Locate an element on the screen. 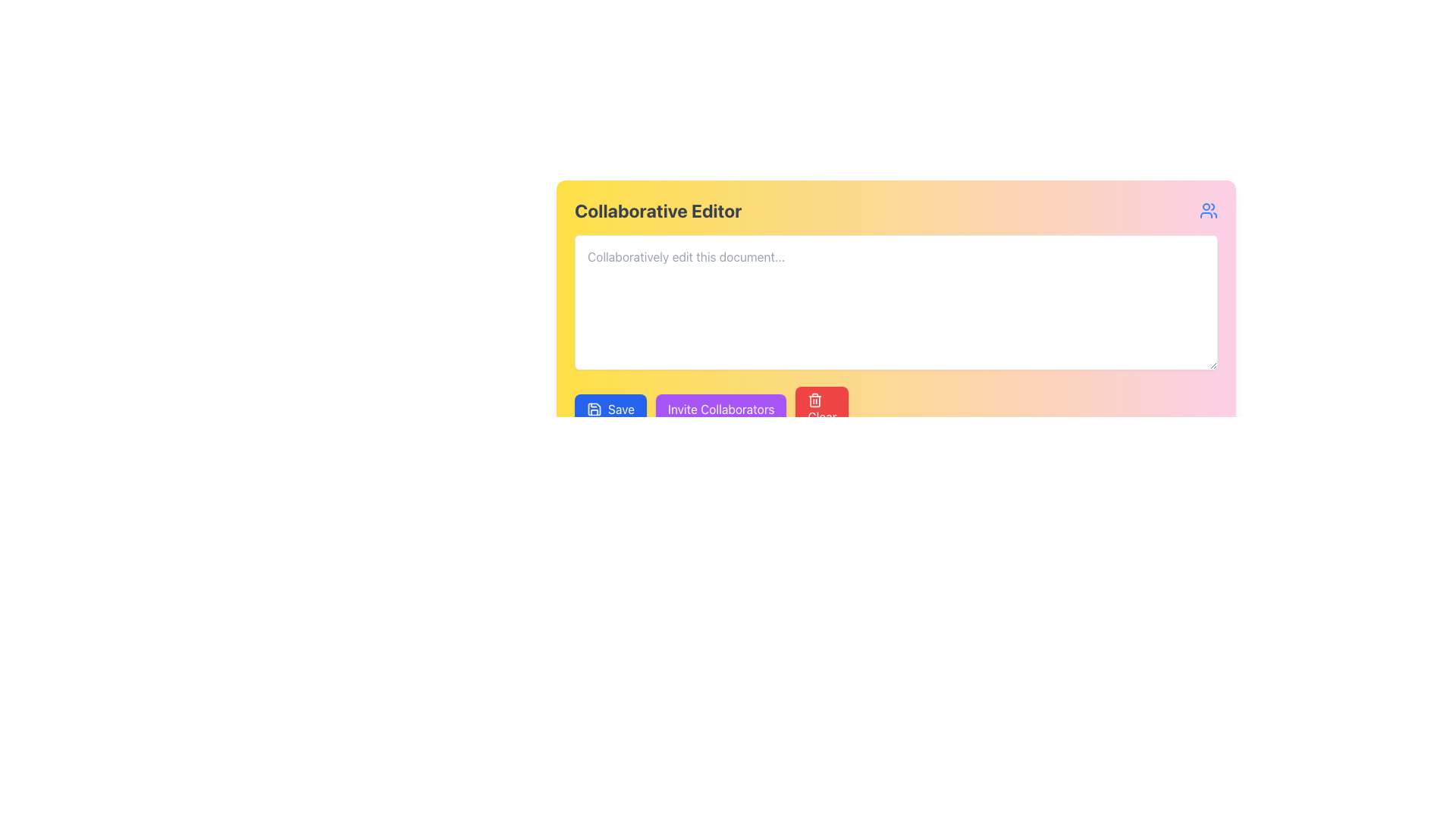 Image resolution: width=1456 pixels, height=819 pixels. the 'Save' button, which is a rectangular button with a blue background and white text, located below the text area in the user interface is located at coordinates (610, 409).